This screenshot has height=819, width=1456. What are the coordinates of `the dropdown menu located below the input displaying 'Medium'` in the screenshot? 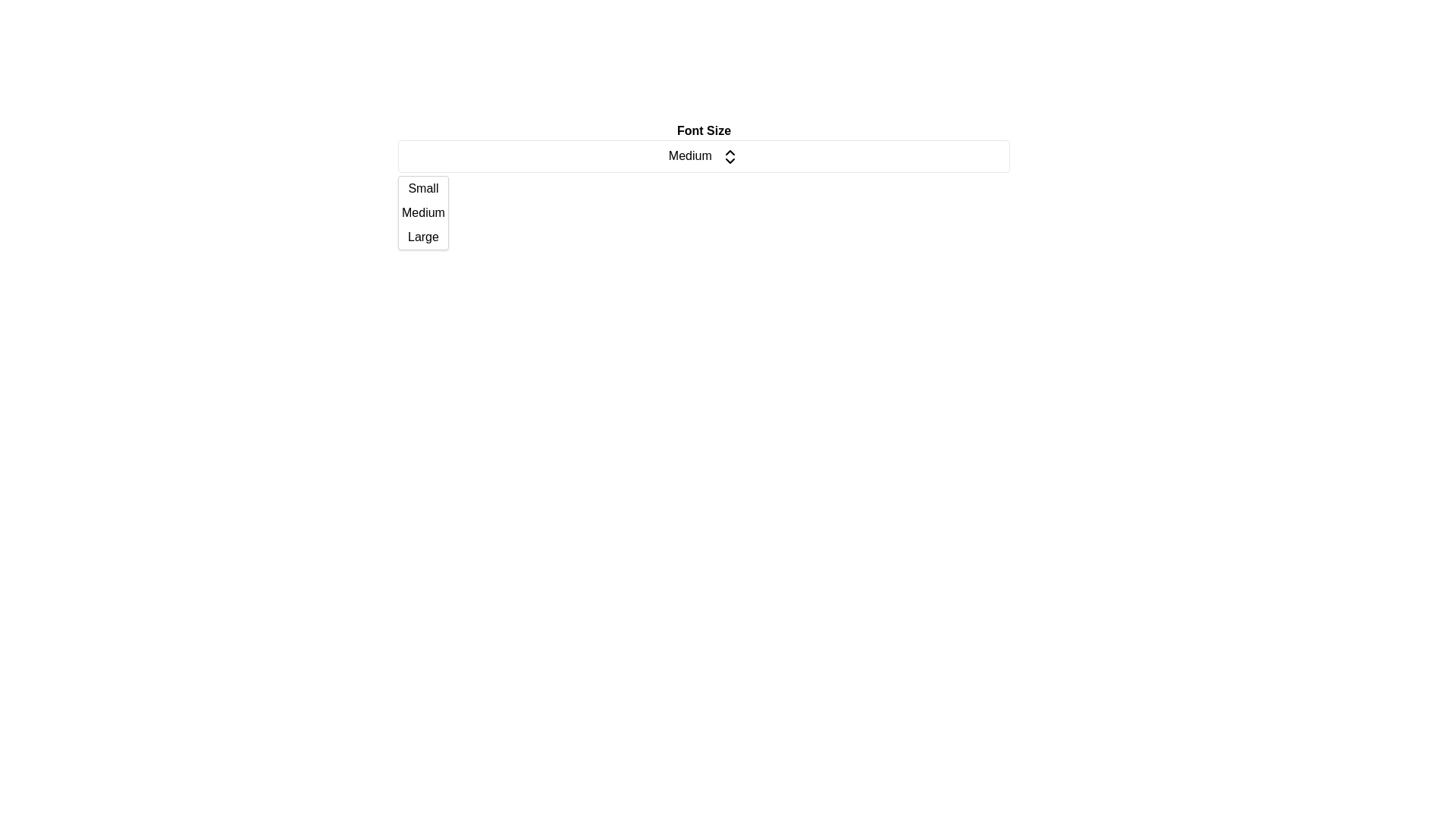 It's located at (423, 212).